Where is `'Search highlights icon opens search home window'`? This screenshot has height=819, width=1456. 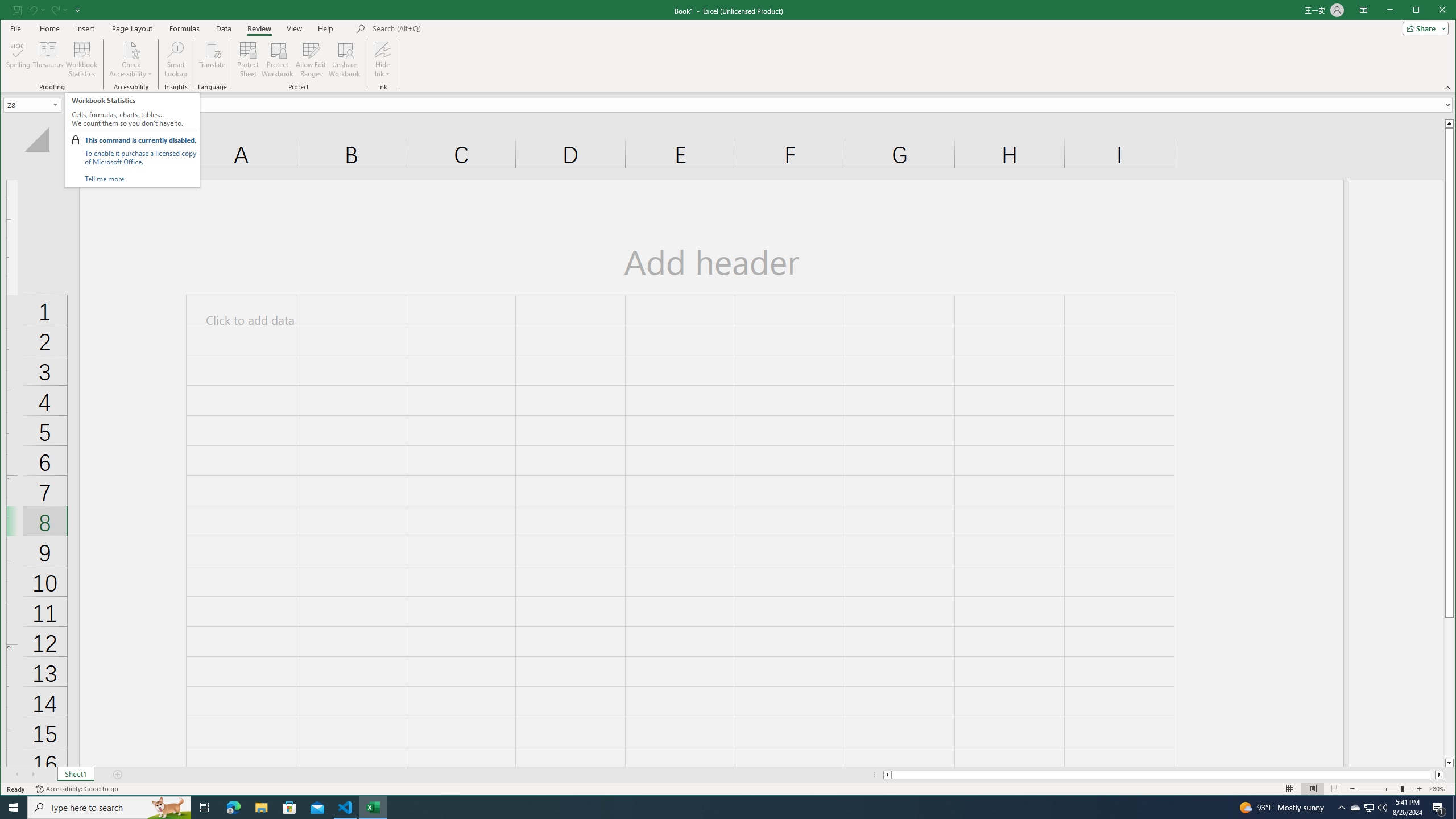 'Search highlights icon opens search home window' is located at coordinates (167, 806).